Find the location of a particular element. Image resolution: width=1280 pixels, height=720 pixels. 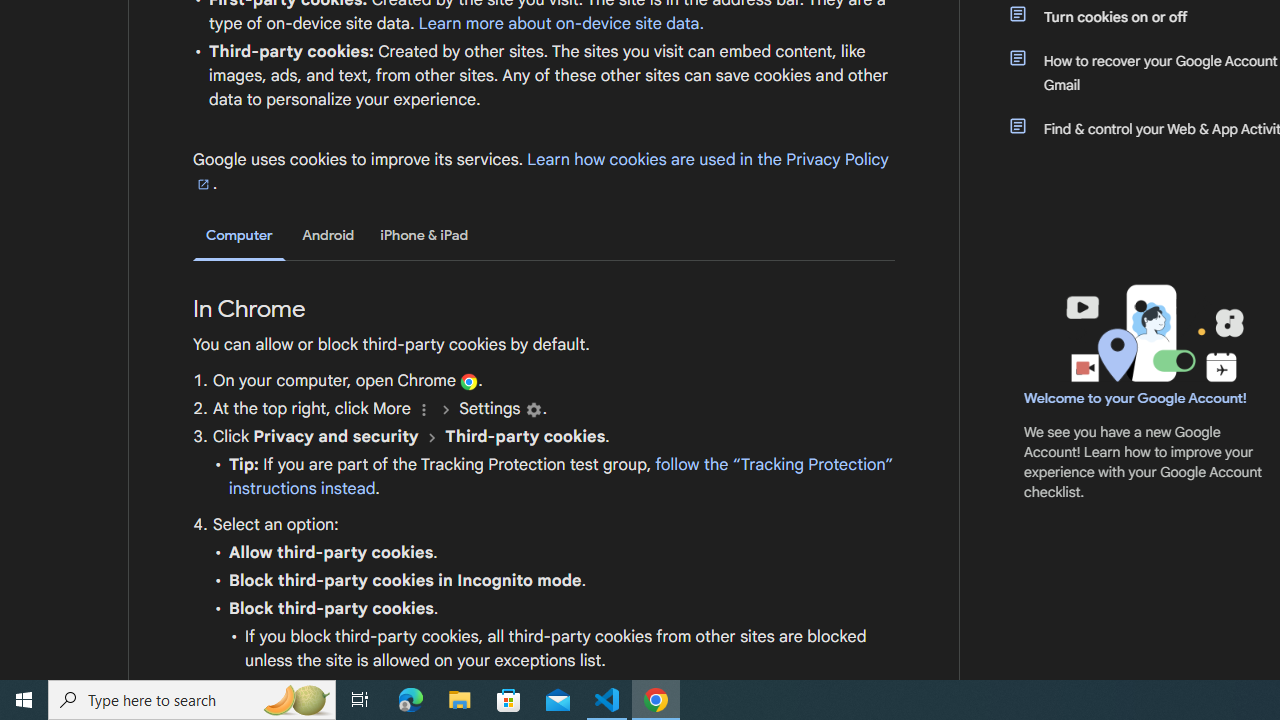

'Learning Center home page image' is located at coordinates (1152, 332).